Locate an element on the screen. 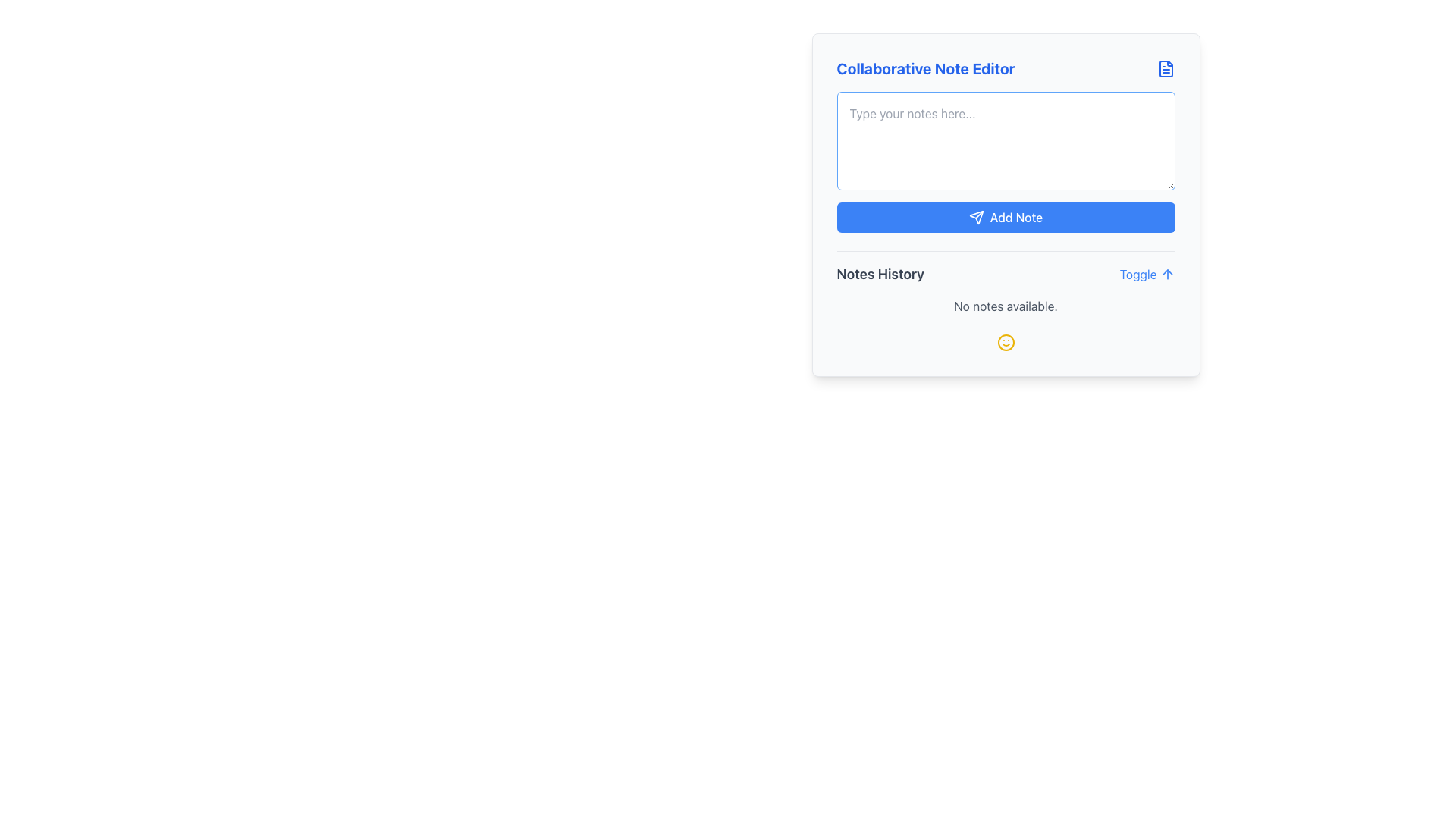 This screenshot has height=819, width=1456. the informational section that displays the message 'No notes available' located below the 'Add Note' button in the 'Collaborative Note Editor' card is located at coordinates (1006, 283).